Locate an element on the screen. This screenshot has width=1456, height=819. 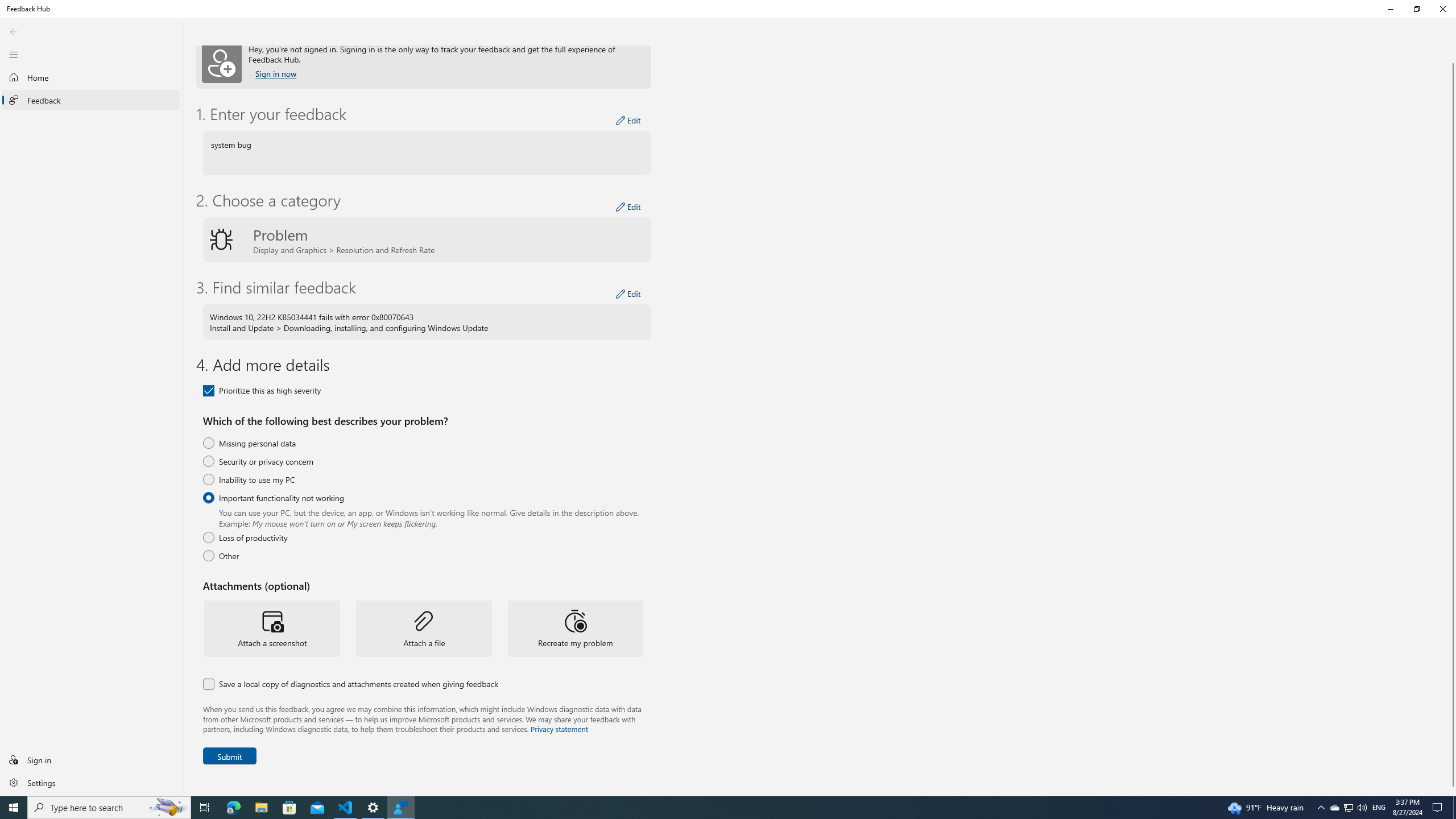
'Attach a file. Will open a file dialog.' is located at coordinates (424, 628).